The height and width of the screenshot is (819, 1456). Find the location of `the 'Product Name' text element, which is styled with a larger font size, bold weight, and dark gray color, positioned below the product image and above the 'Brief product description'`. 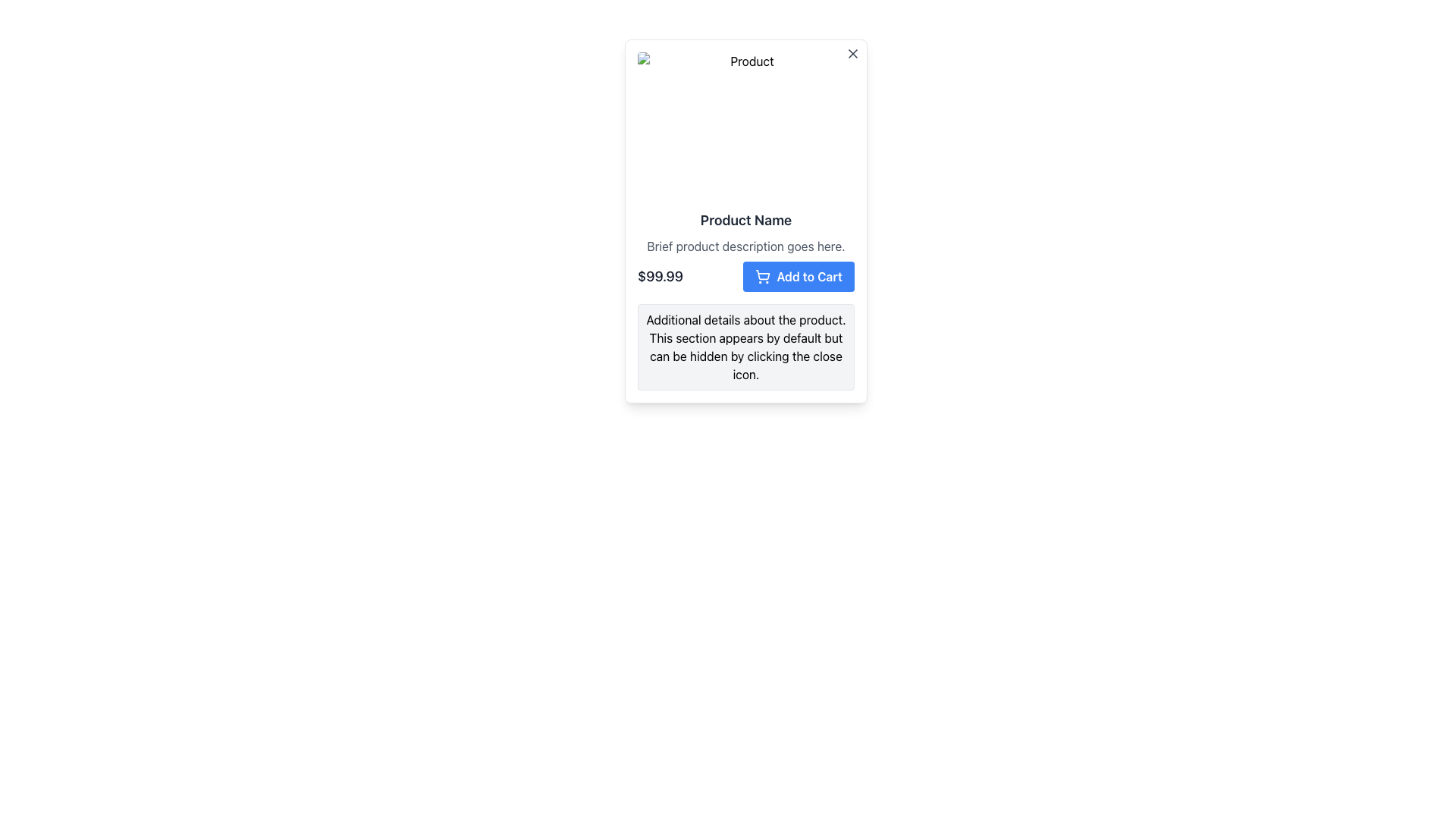

the 'Product Name' text element, which is styled with a larger font size, bold weight, and dark gray color, positioned below the product image and above the 'Brief product description' is located at coordinates (745, 220).